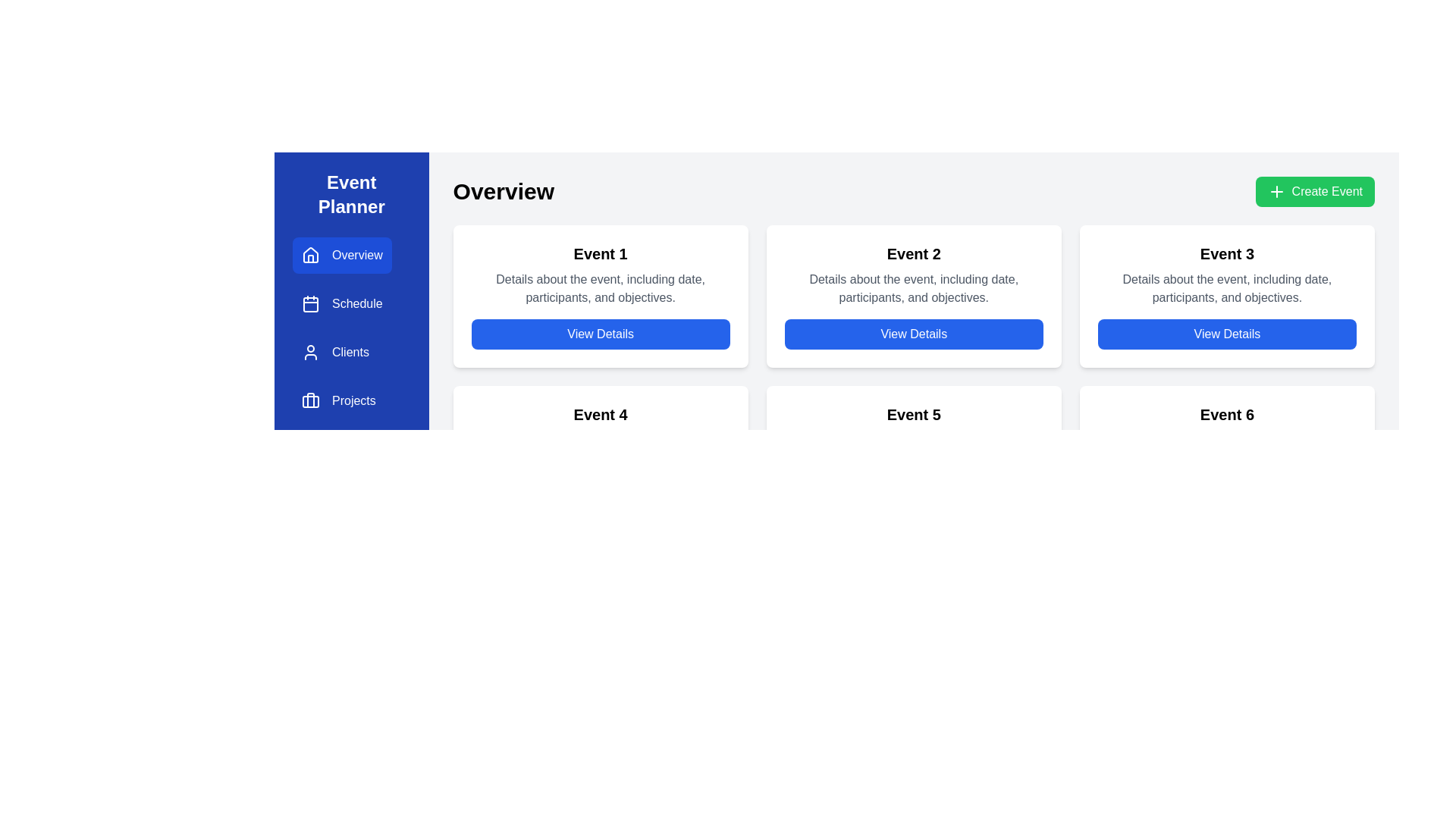 This screenshot has height=819, width=1456. What do you see at coordinates (913, 333) in the screenshot?
I see `the 'View Details' button, which is a rectangular button with rounded corners, blue background, and white text, located within the 'Event 2' section` at bounding box center [913, 333].